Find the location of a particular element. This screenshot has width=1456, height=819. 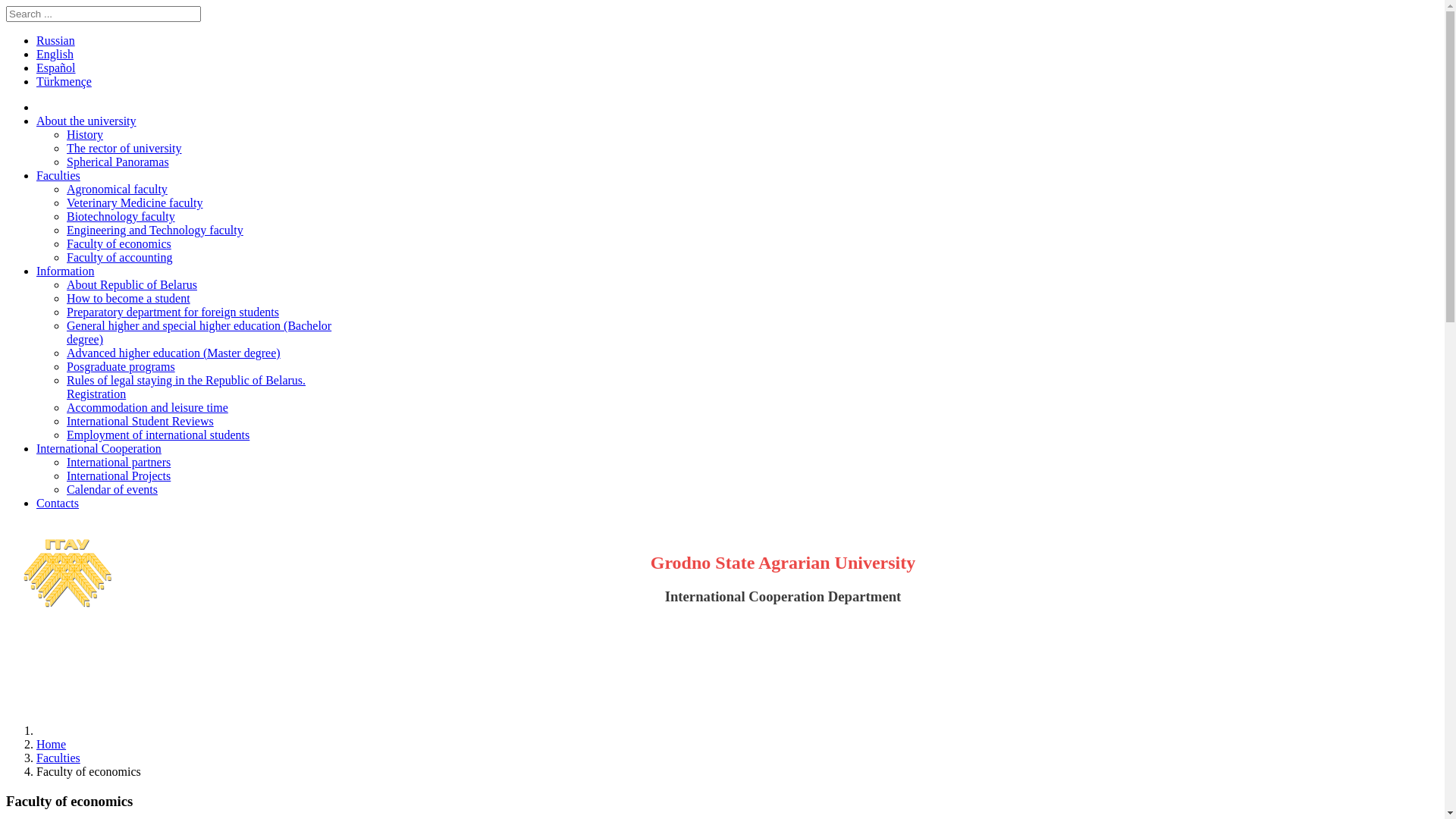

'Russian' is located at coordinates (55, 39).